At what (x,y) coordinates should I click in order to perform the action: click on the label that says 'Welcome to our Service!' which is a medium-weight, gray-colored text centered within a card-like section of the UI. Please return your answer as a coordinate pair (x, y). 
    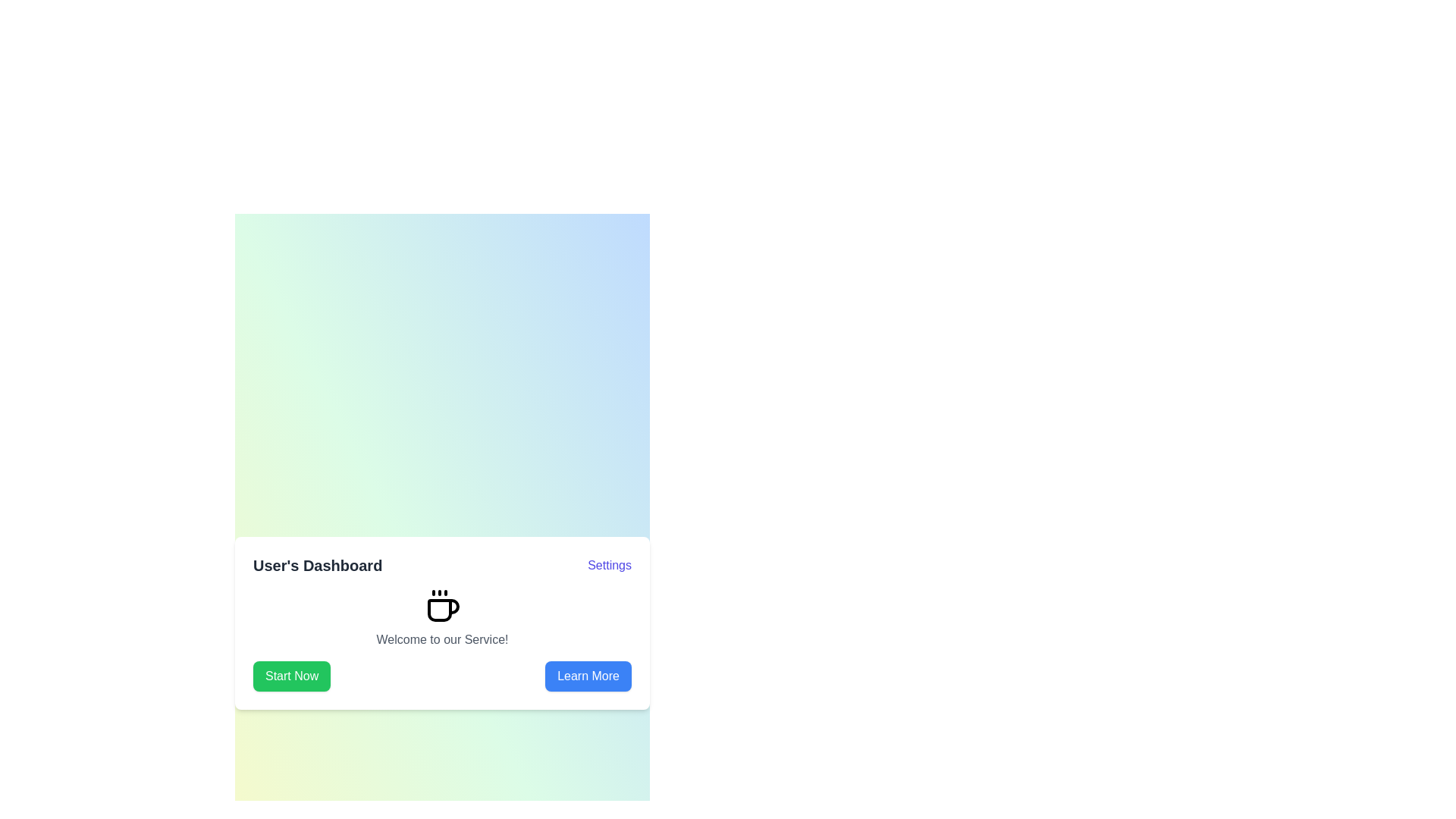
    Looking at the image, I should click on (441, 640).